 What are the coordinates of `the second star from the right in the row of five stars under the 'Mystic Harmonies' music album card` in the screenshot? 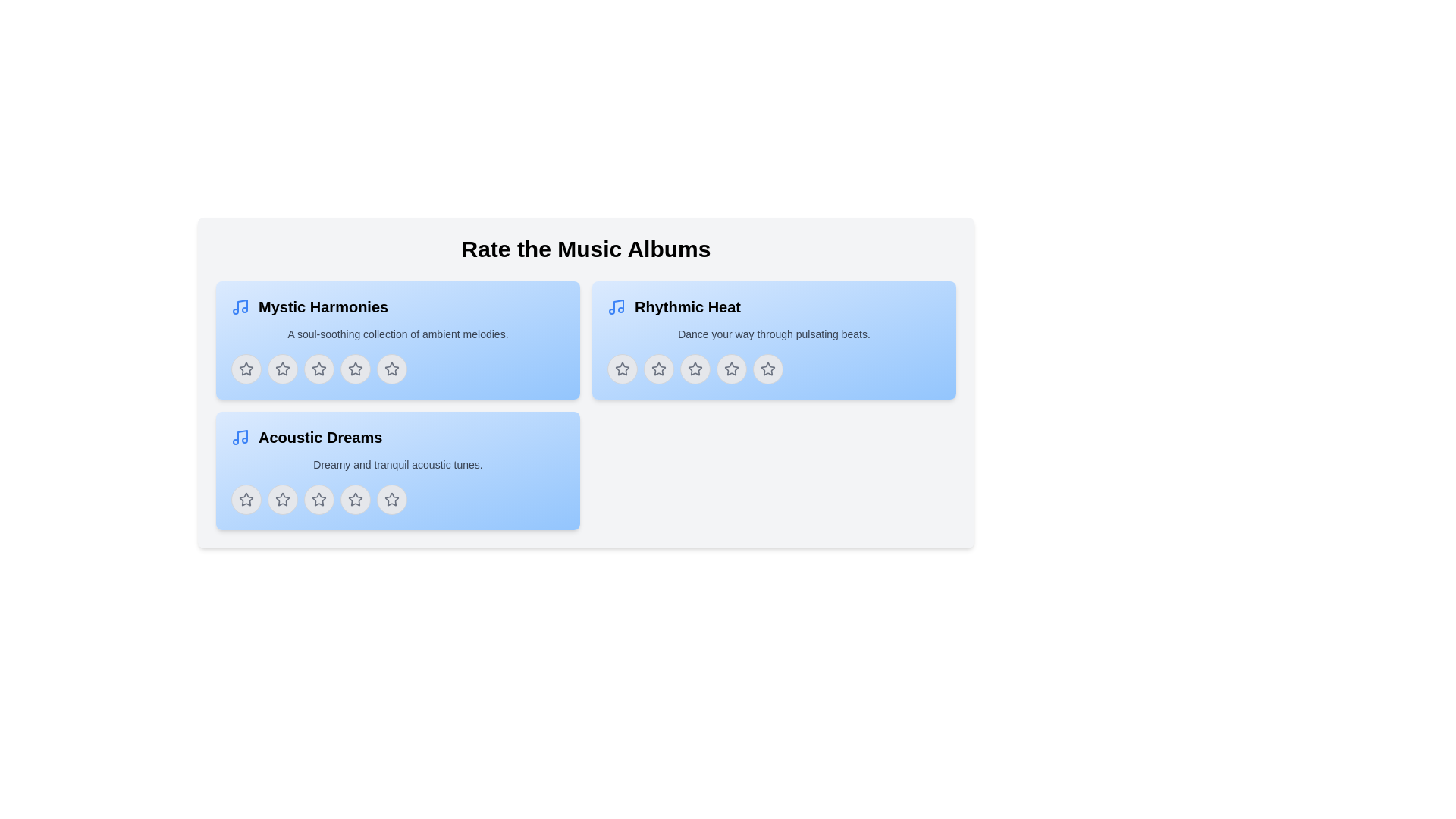 It's located at (392, 369).